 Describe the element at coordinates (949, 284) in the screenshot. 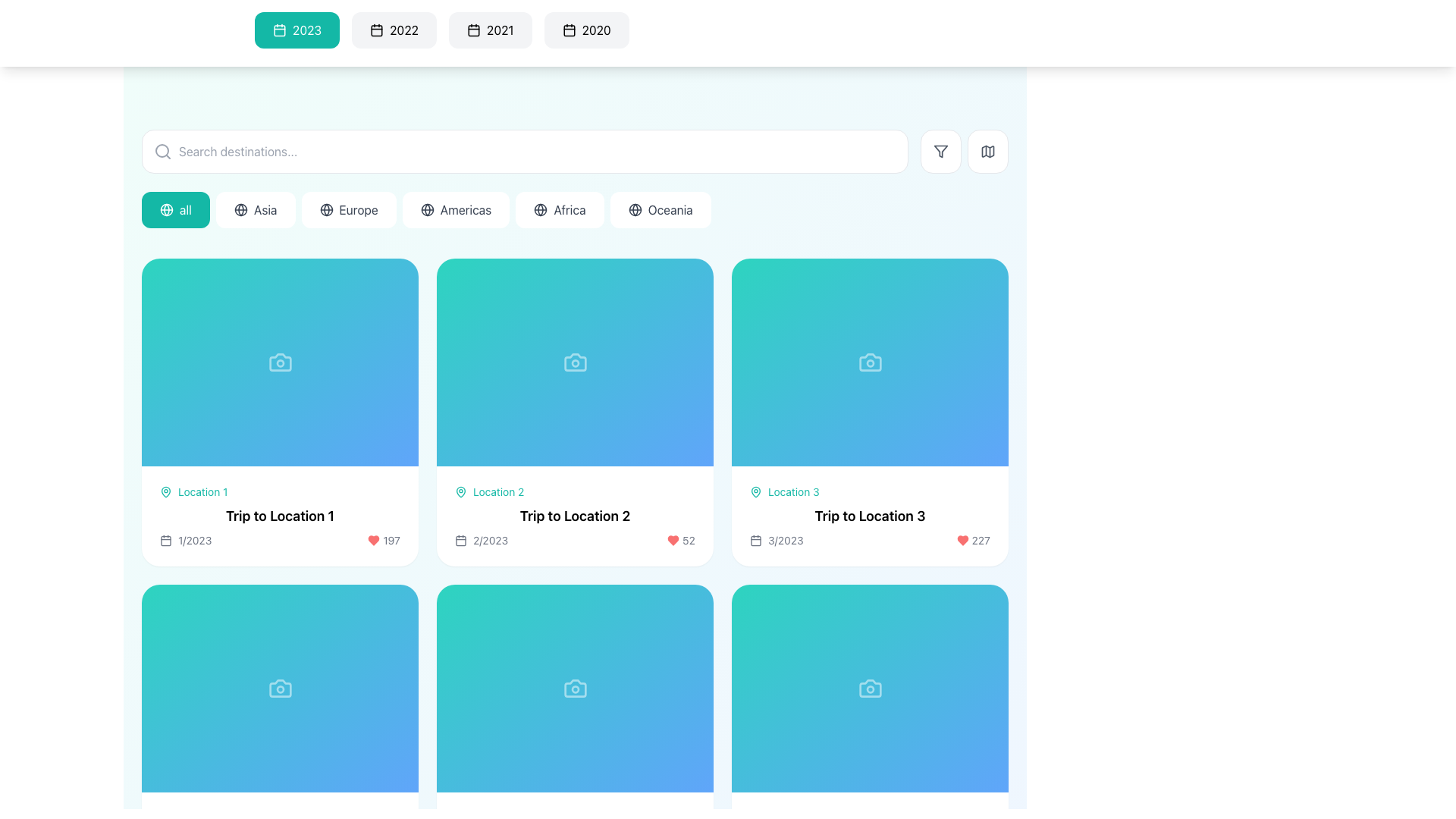

I see `the 'favorite' button in the top-right corner of the 'Trip` at that location.